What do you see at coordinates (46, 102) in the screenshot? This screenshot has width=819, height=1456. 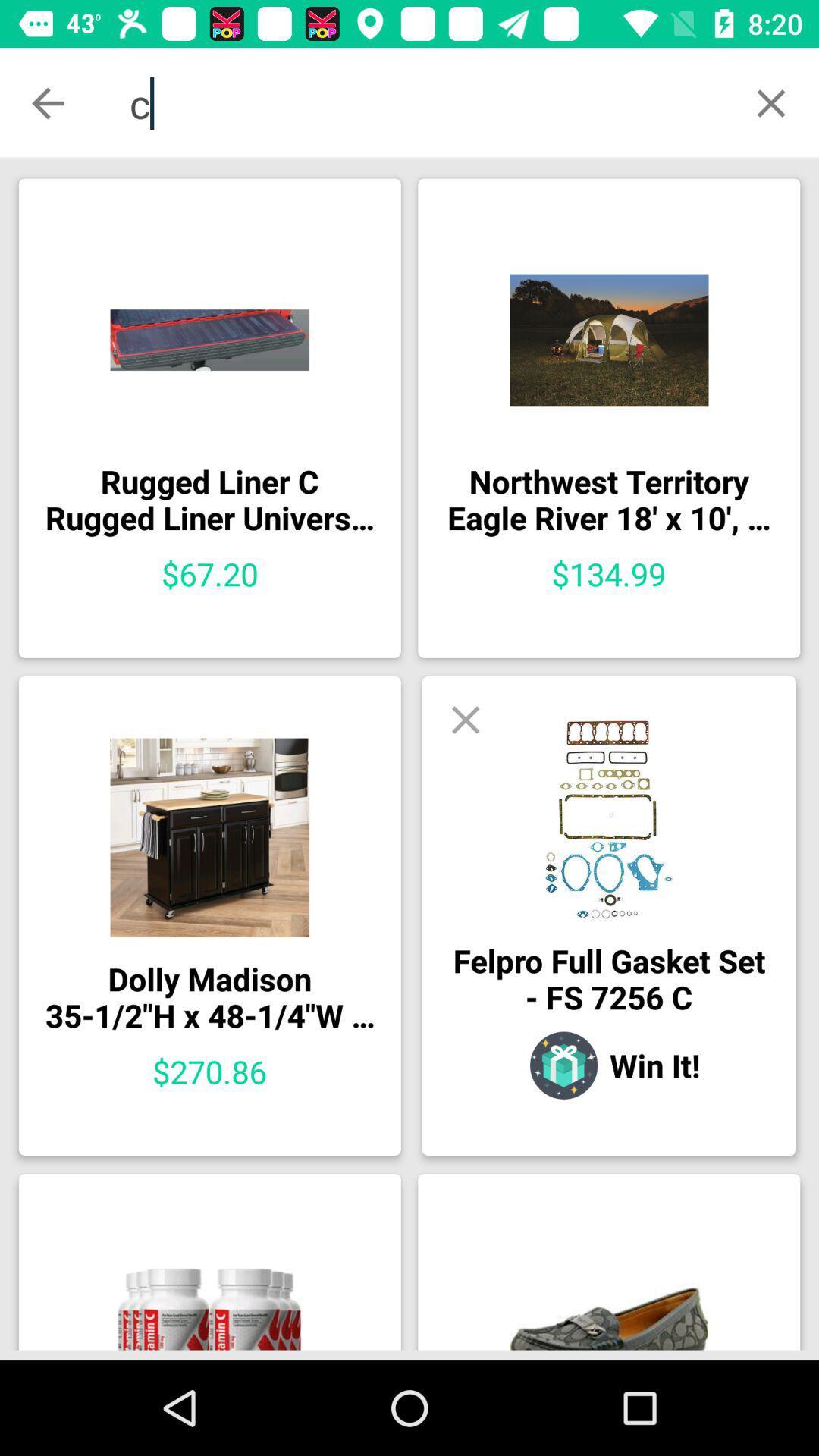 I see `the arrow_backward icon` at bounding box center [46, 102].